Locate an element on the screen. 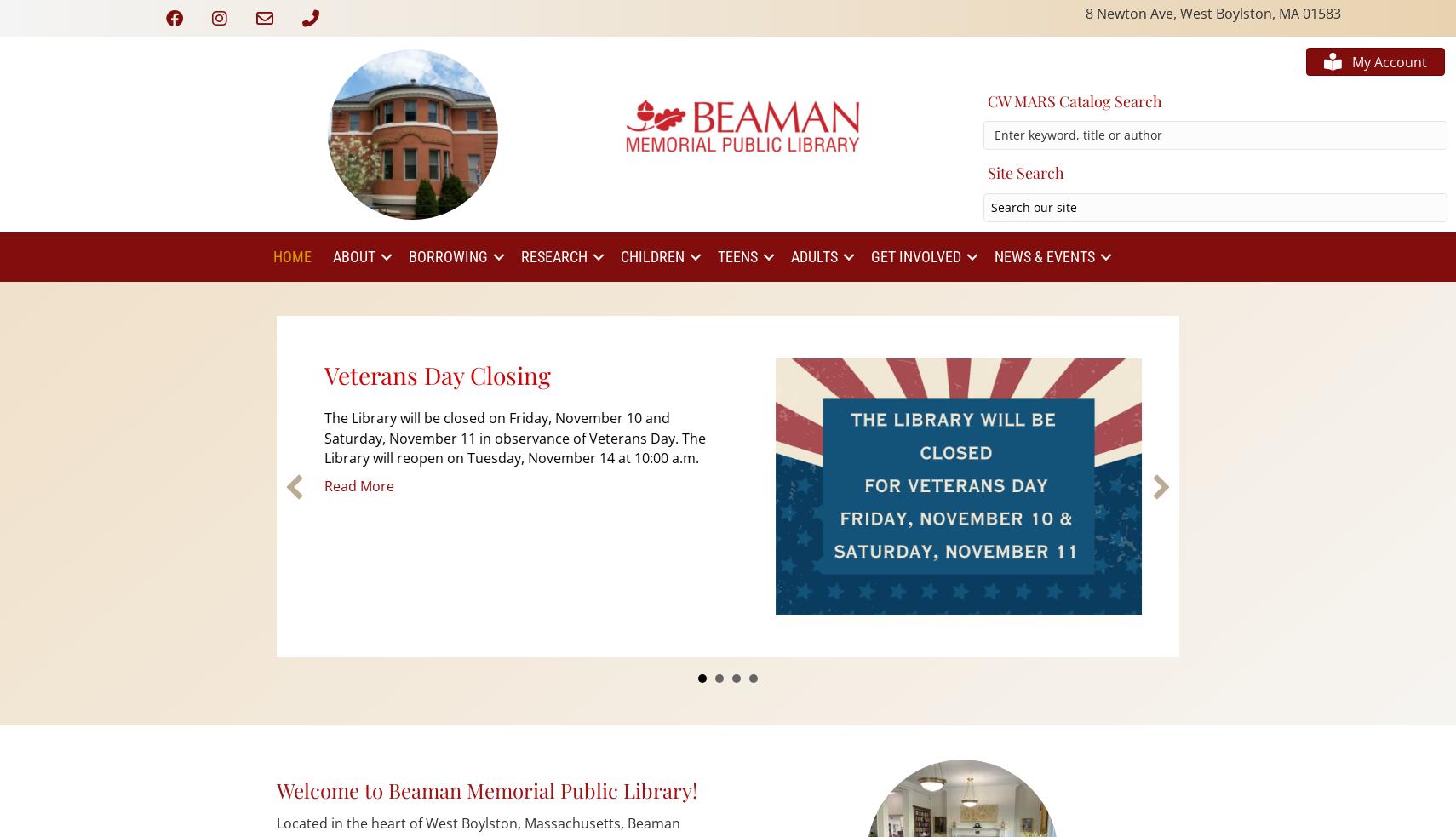  'Adults' is located at coordinates (813, 256).